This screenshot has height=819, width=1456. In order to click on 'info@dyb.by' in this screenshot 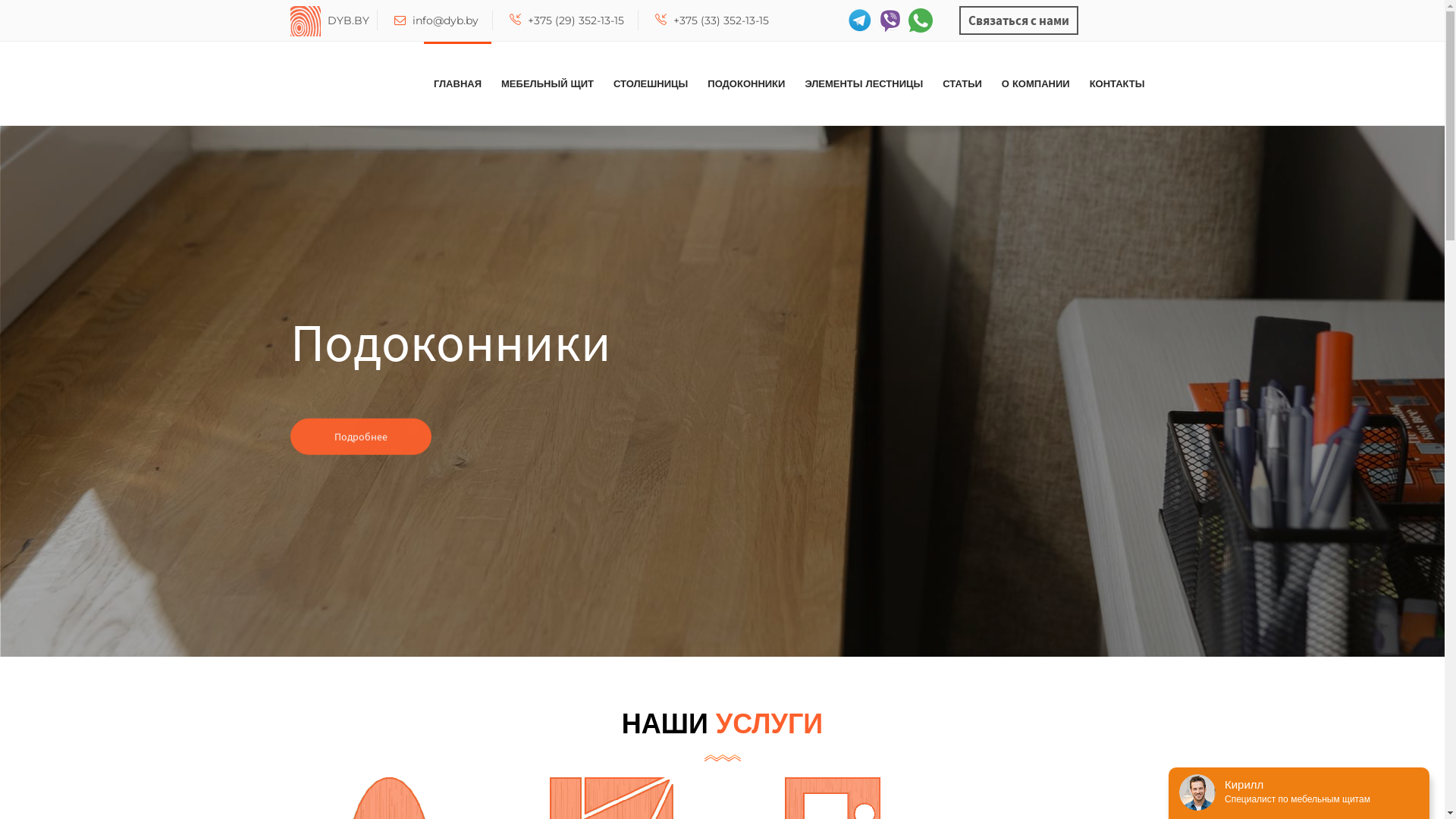, I will do `click(394, 20)`.